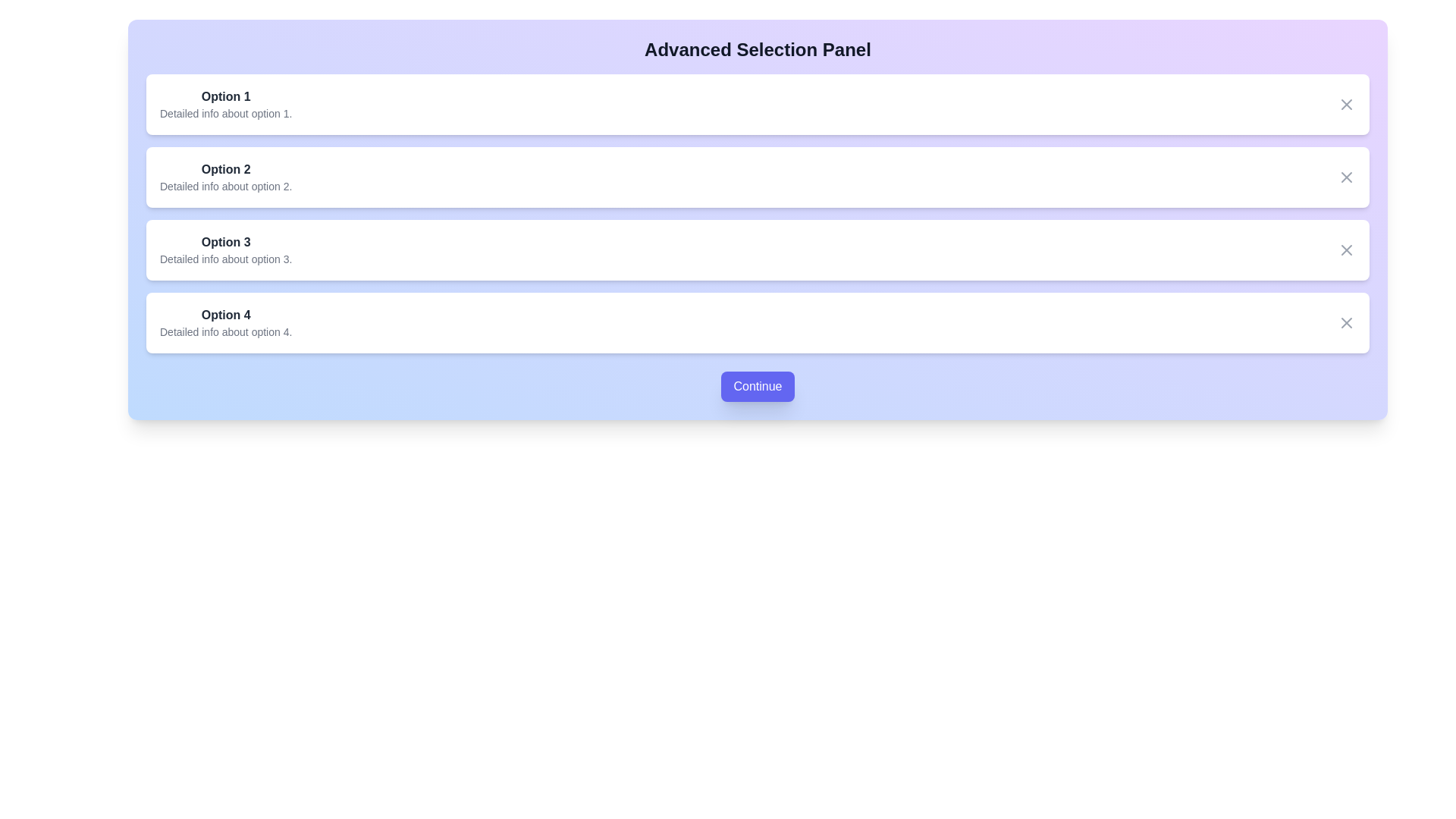 The height and width of the screenshot is (819, 1456). I want to click on the 'X' icon button styled in gray, located to the right of the text 'Option 1', so click(1347, 104).